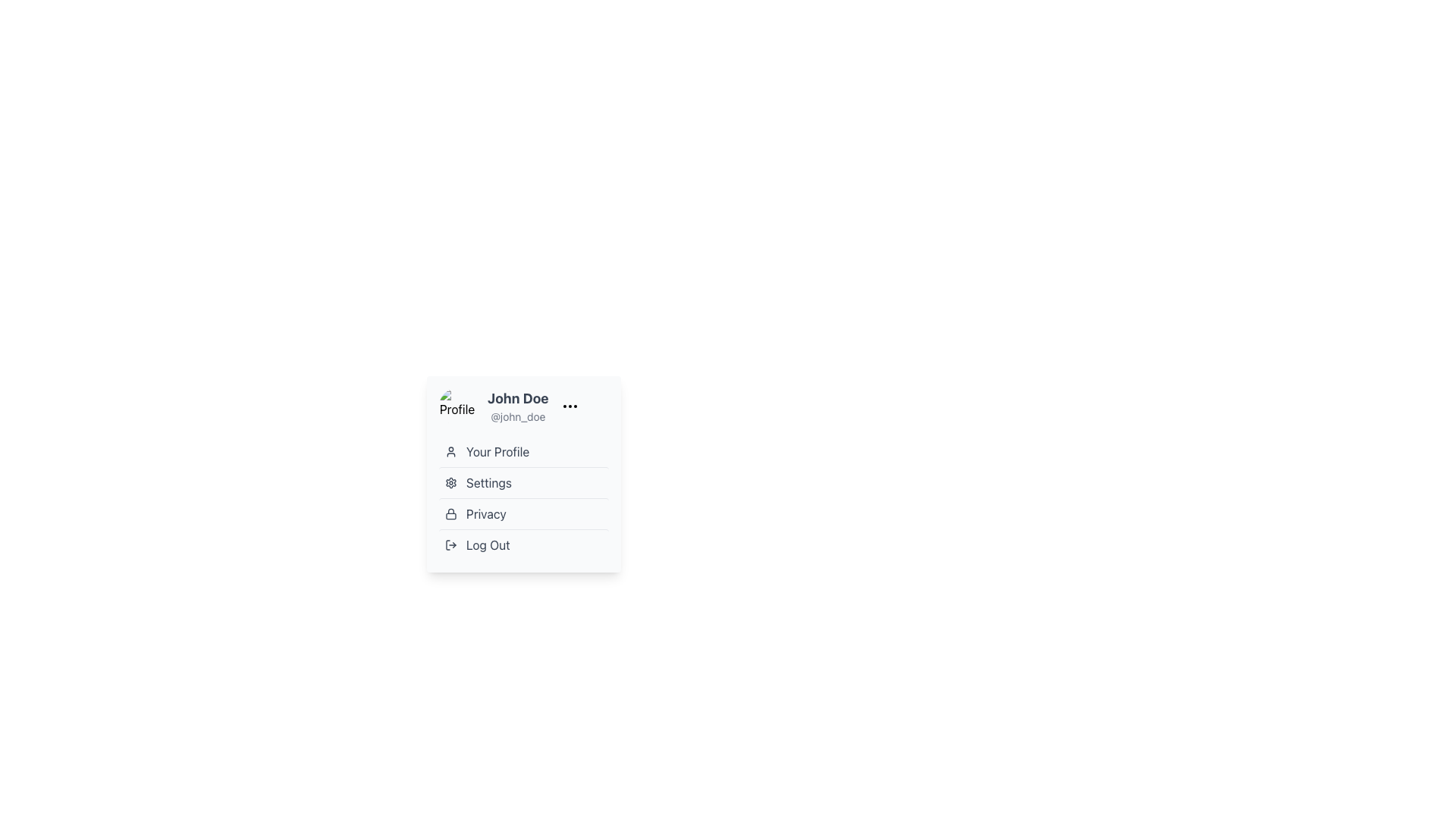 The height and width of the screenshot is (819, 1456). I want to click on the 'Settings' option located in the dropdown menu, which is positioned below 'Your Profile' and above 'Privacy', so click(524, 482).